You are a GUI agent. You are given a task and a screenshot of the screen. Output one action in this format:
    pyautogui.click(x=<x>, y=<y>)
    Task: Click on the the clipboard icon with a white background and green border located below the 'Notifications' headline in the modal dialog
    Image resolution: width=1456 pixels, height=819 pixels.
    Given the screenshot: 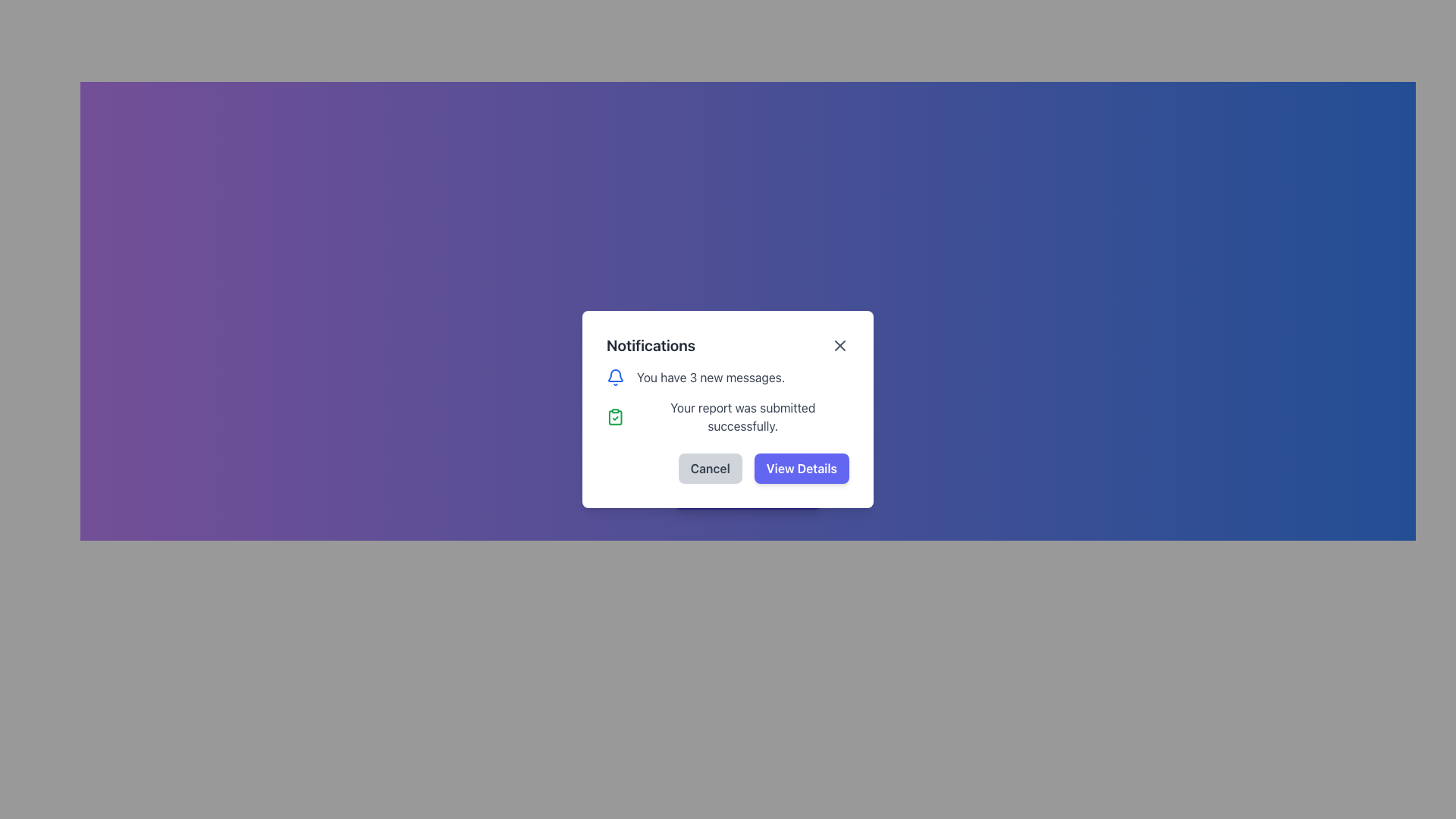 What is the action you would take?
    pyautogui.click(x=615, y=418)
    